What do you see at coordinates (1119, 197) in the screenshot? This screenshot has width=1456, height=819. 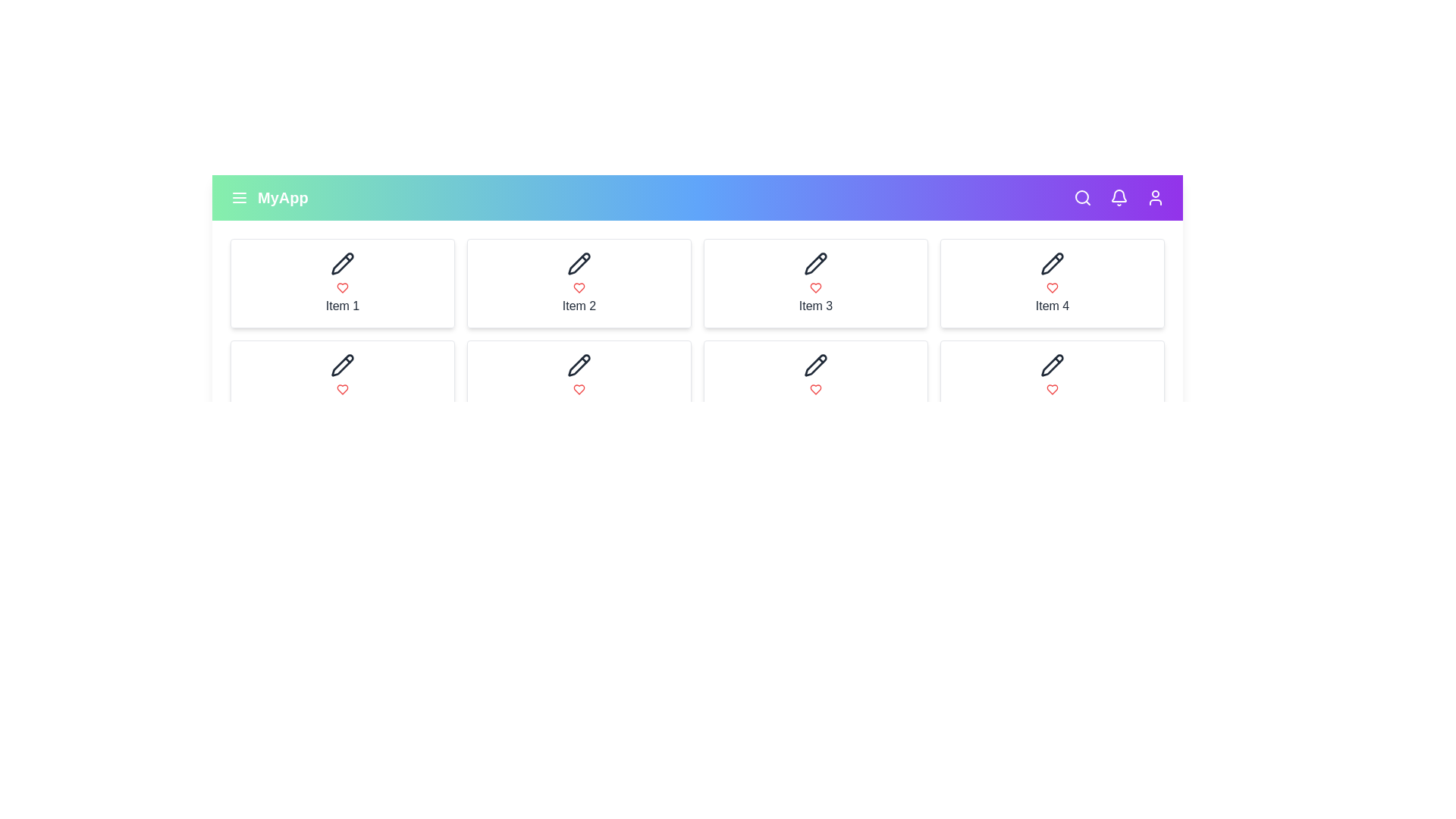 I see `the notification bell icon to view notifications` at bounding box center [1119, 197].